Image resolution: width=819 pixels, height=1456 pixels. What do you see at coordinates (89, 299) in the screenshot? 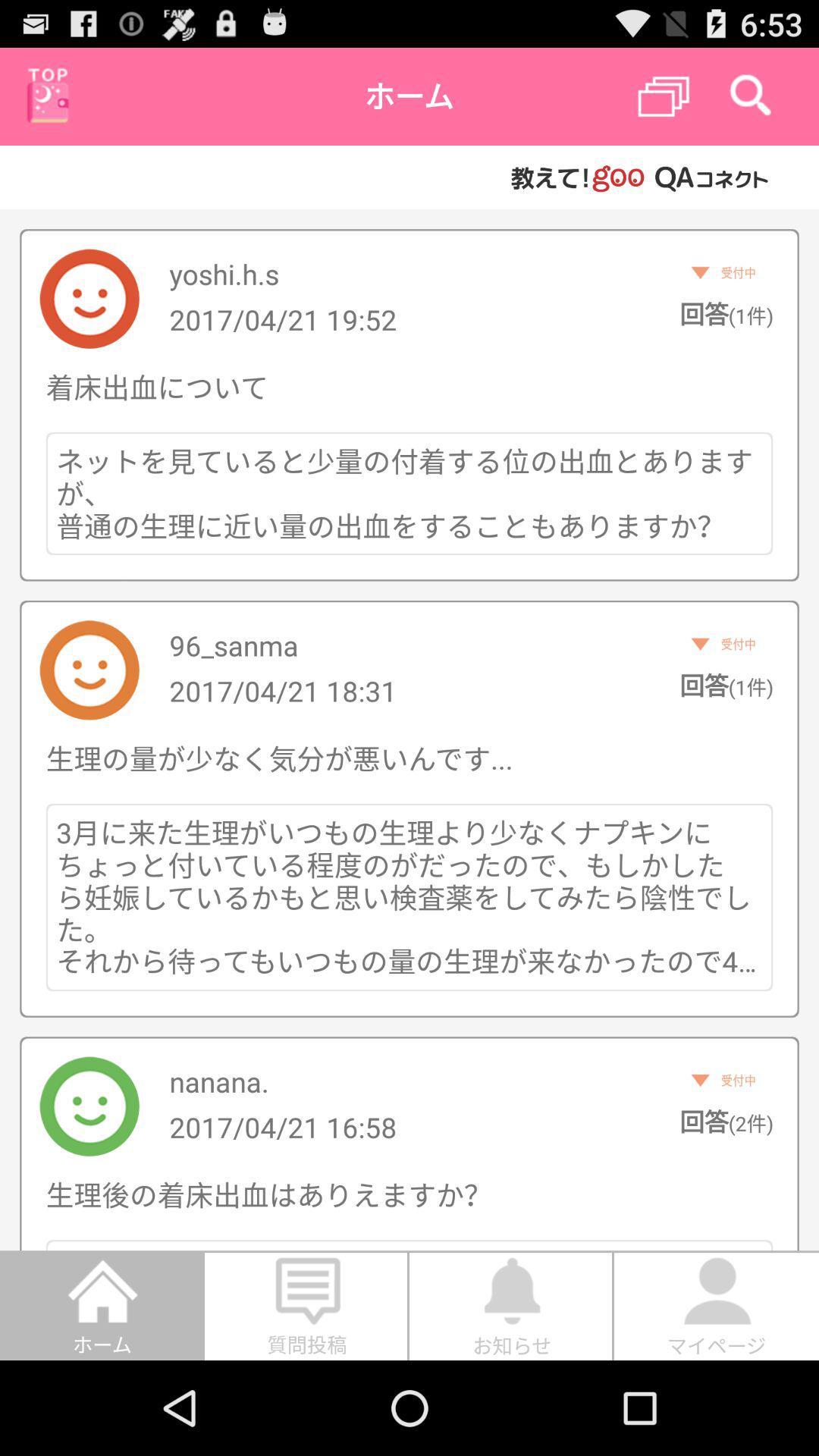
I see `the first image from top` at bounding box center [89, 299].